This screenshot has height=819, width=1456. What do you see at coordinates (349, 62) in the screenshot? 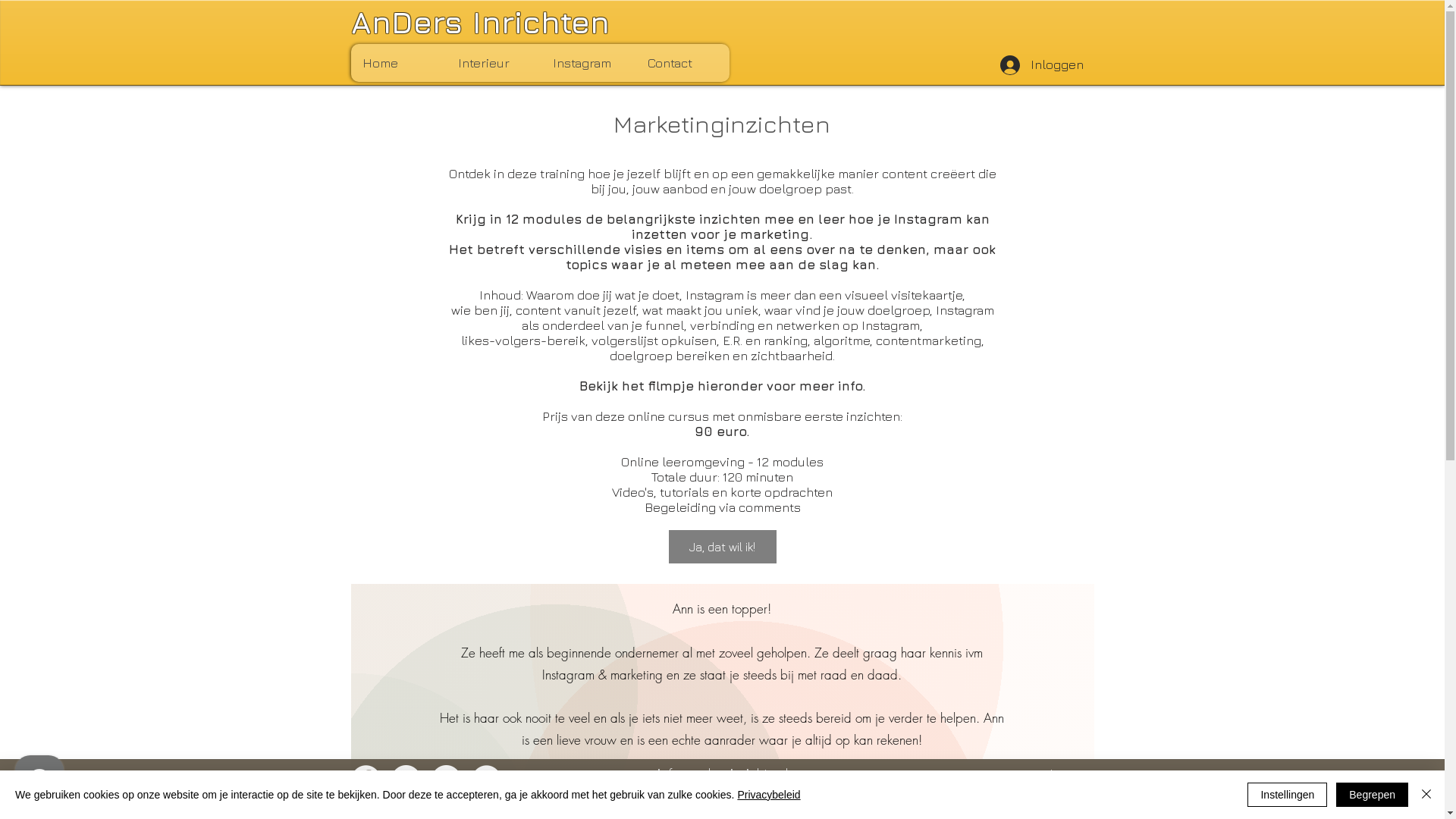
I see `'Home'` at bounding box center [349, 62].